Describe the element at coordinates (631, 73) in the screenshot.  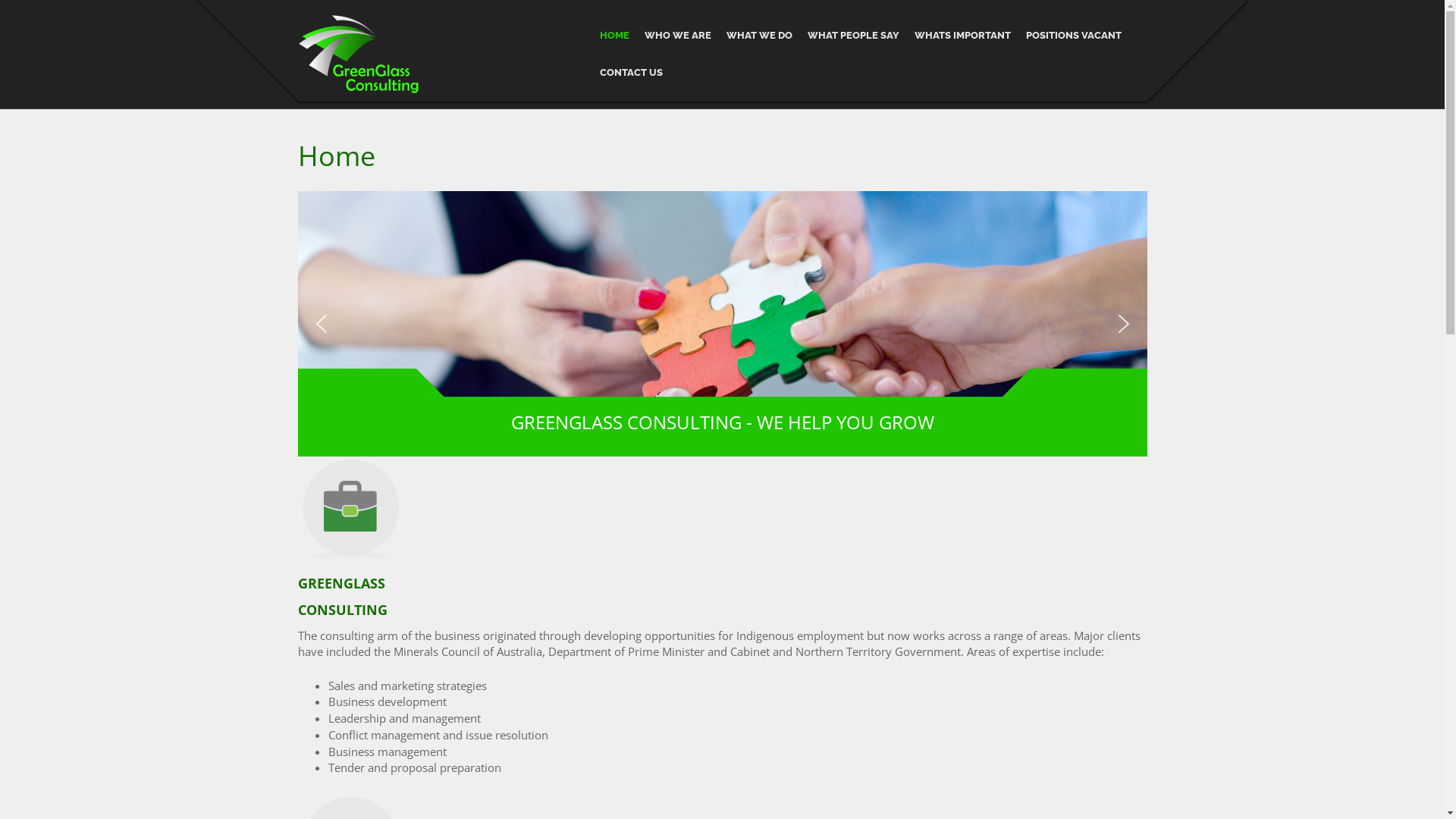
I see `'CONTACT US'` at that location.